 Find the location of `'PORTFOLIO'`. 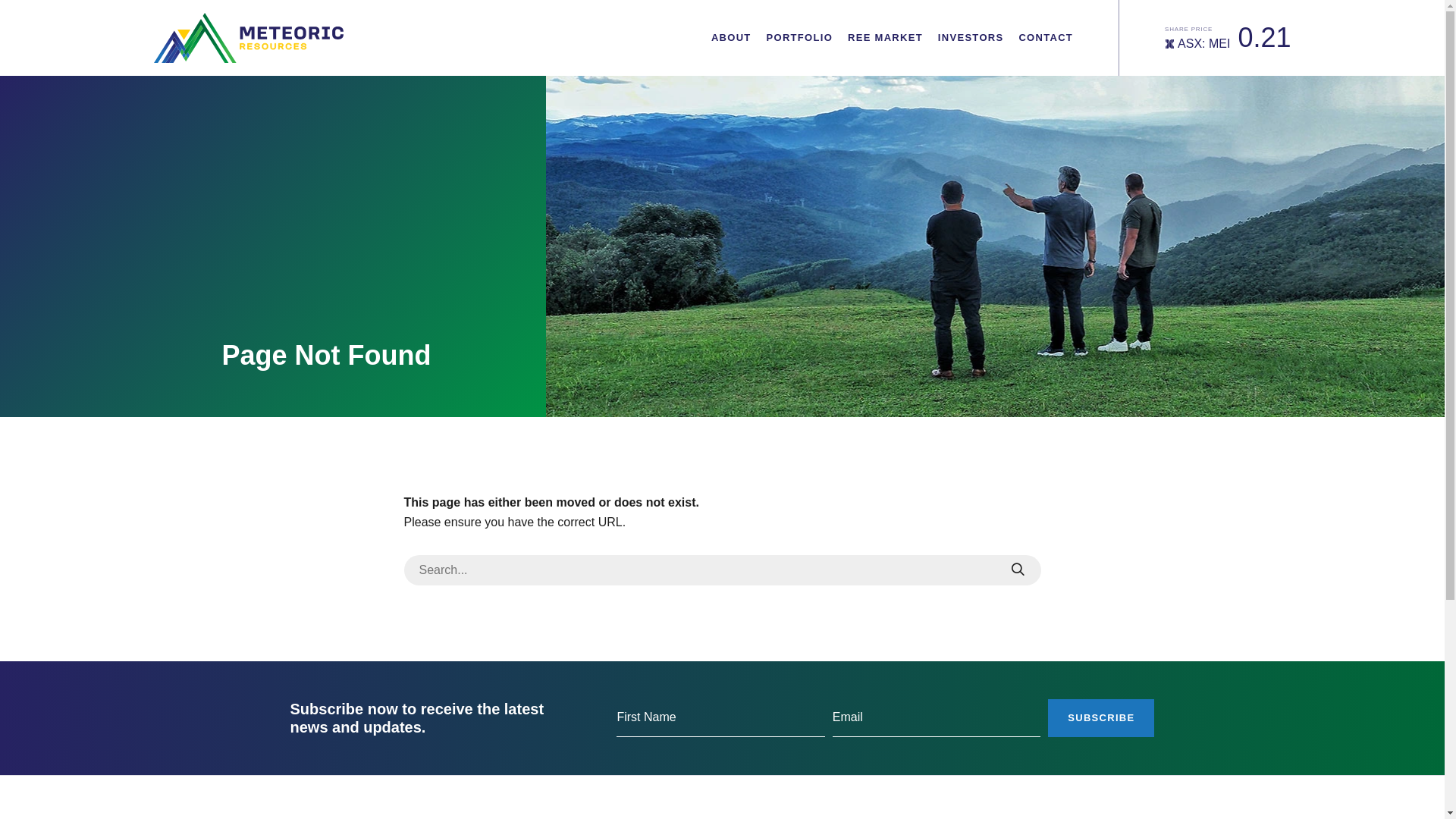

'PORTFOLIO' is located at coordinates (799, 37).